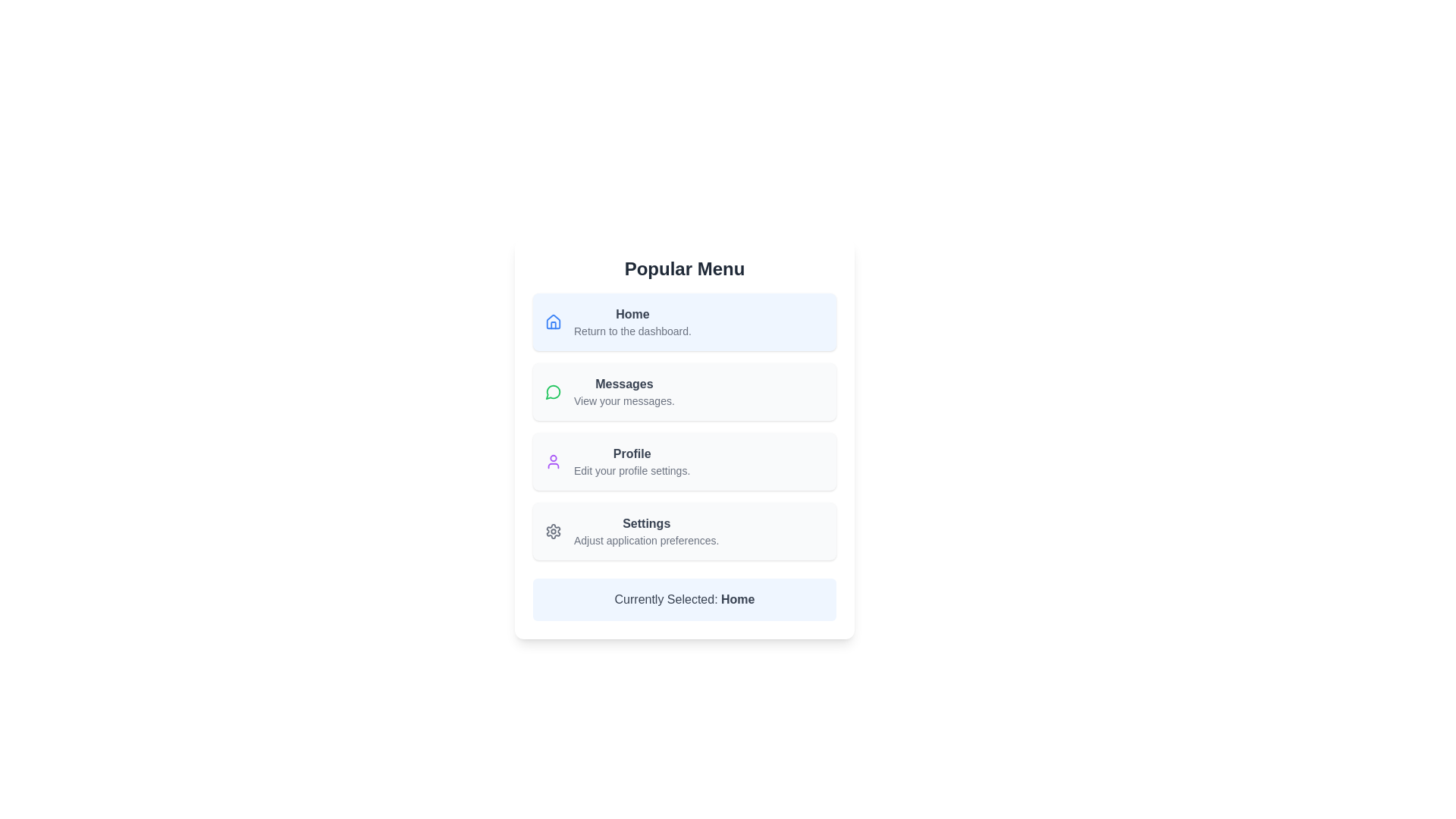 Image resolution: width=1456 pixels, height=819 pixels. I want to click on the menu item labeled Settings, so click(683, 531).